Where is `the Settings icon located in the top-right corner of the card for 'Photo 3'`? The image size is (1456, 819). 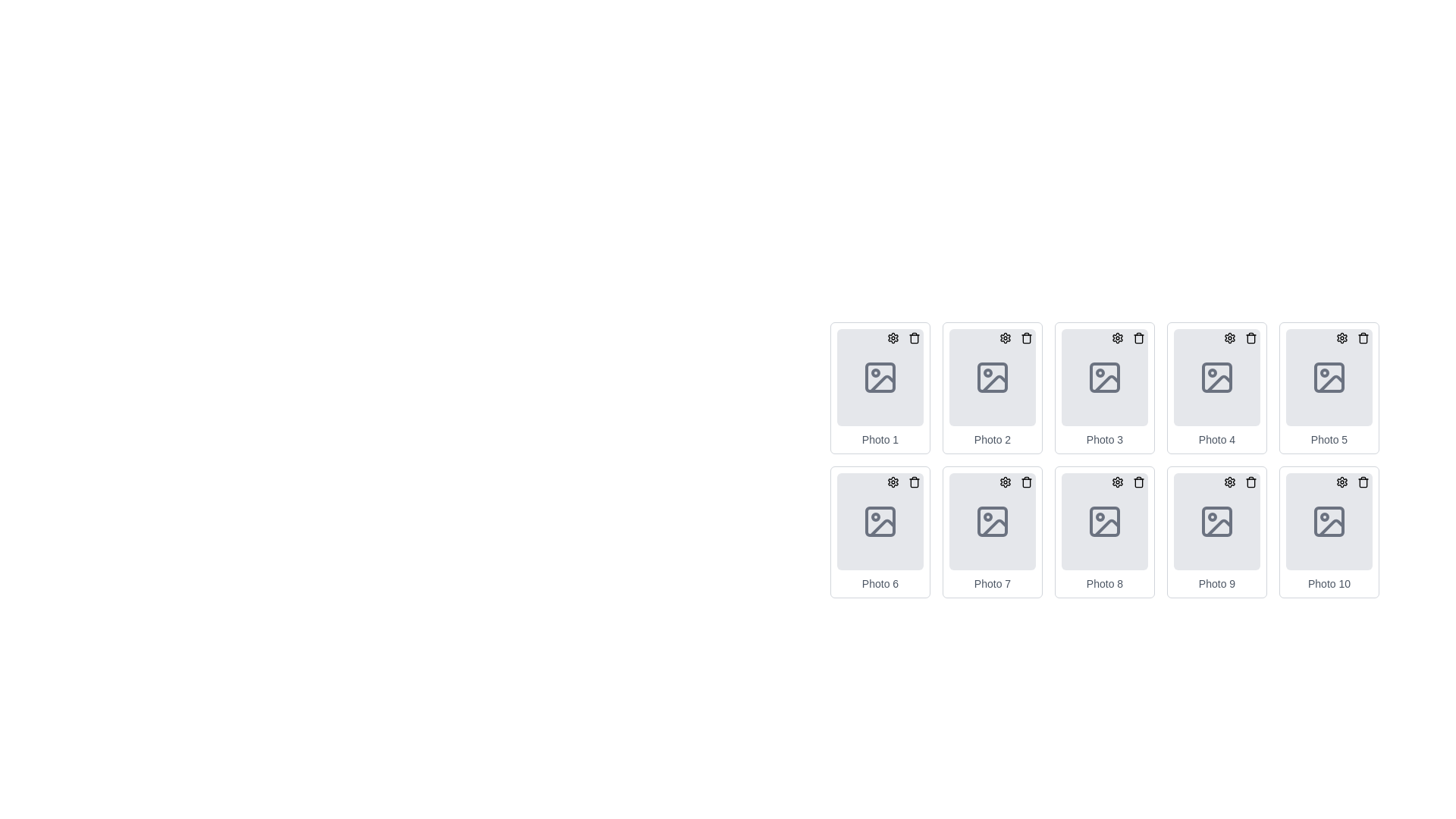
the Settings icon located in the top-right corner of the card for 'Photo 3' is located at coordinates (1117, 337).